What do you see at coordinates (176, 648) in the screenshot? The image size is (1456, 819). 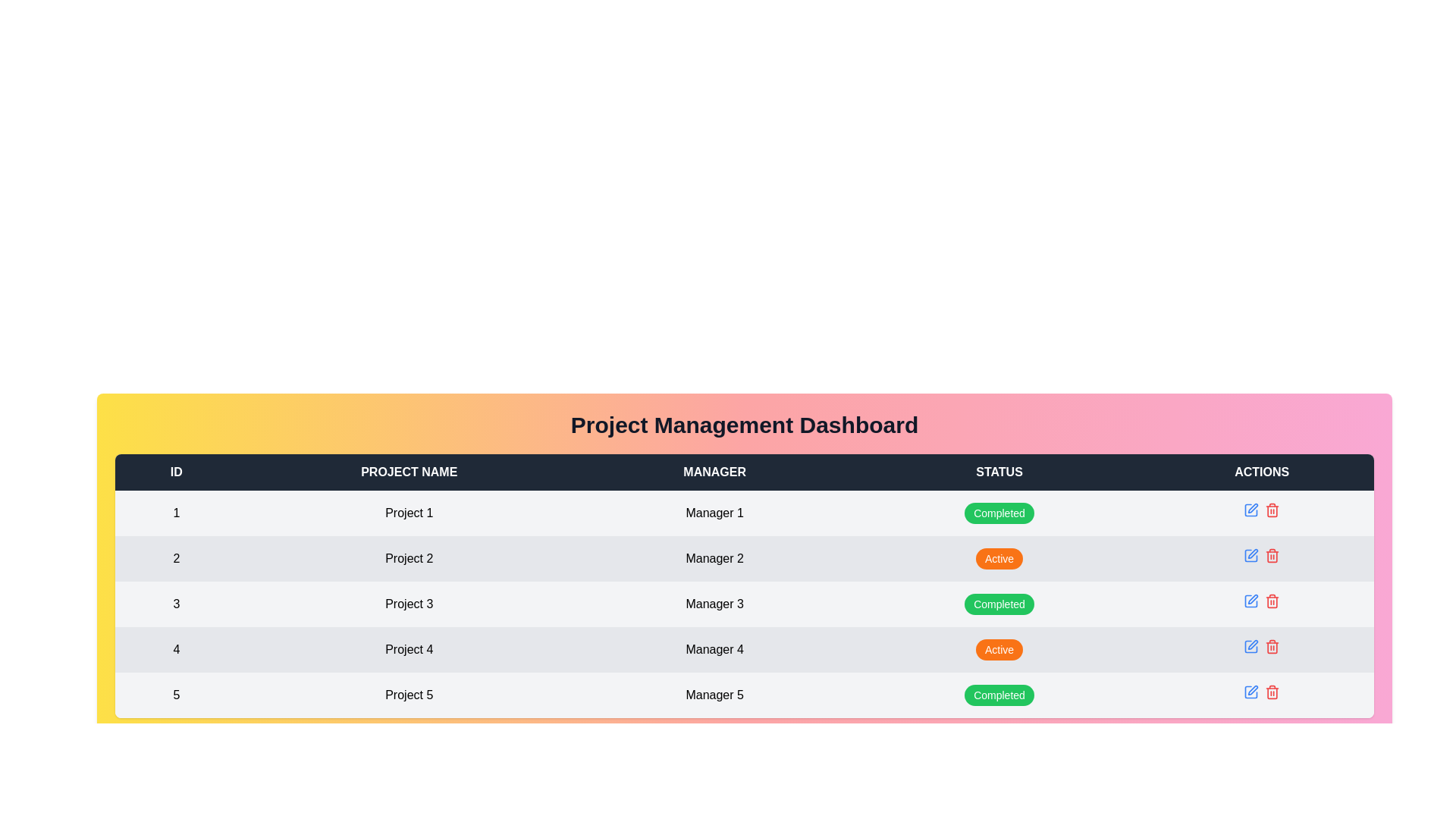 I see `the Text label that signifies the identification number associated with a project in the fourth row of the table under the 'ID' column` at bounding box center [176, 648].